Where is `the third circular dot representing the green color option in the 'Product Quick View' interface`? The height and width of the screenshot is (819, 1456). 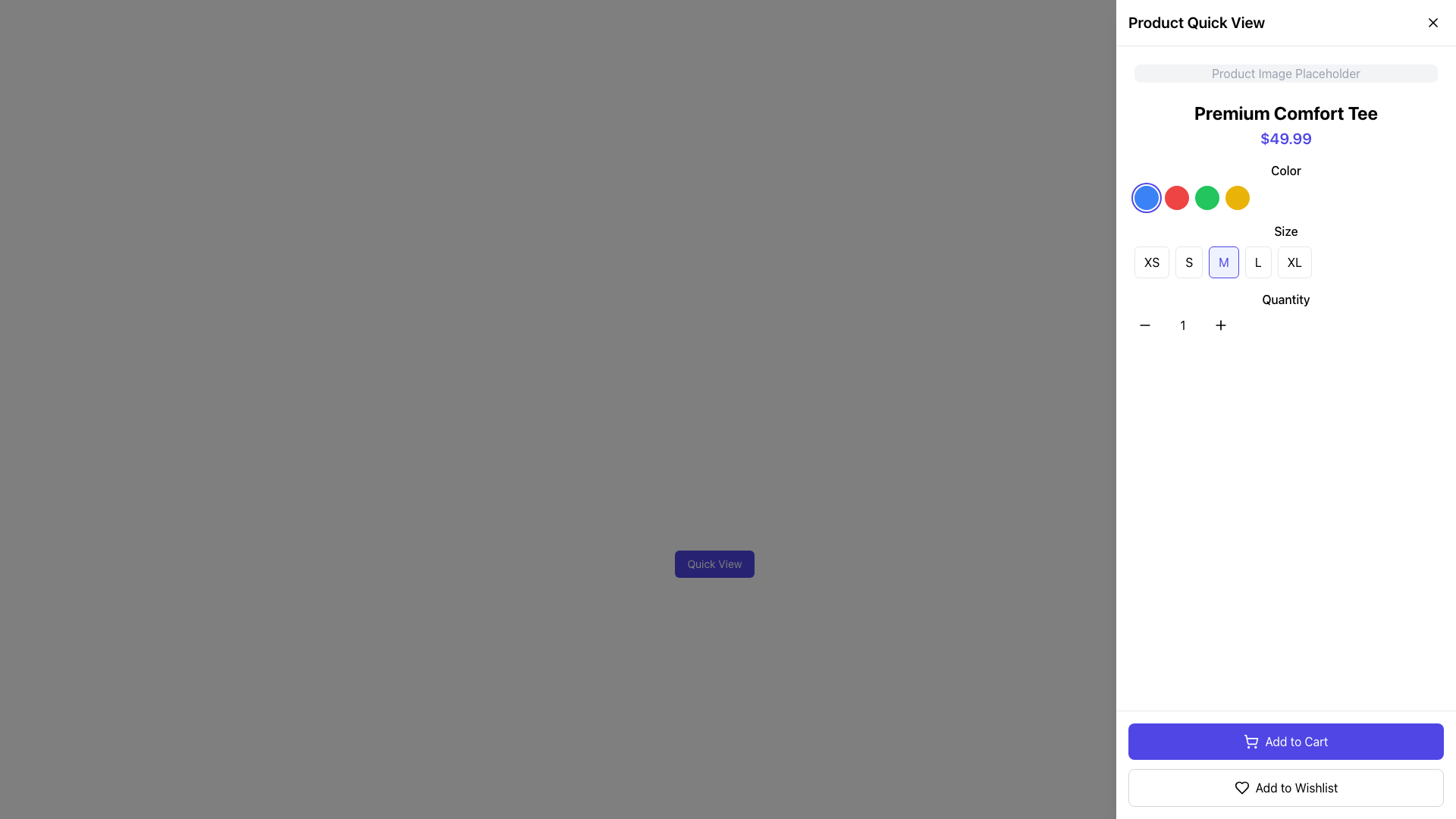 the third circular dot representing the green color option in the 'Product Quick View' interface is located at coordinates (1207, 197).